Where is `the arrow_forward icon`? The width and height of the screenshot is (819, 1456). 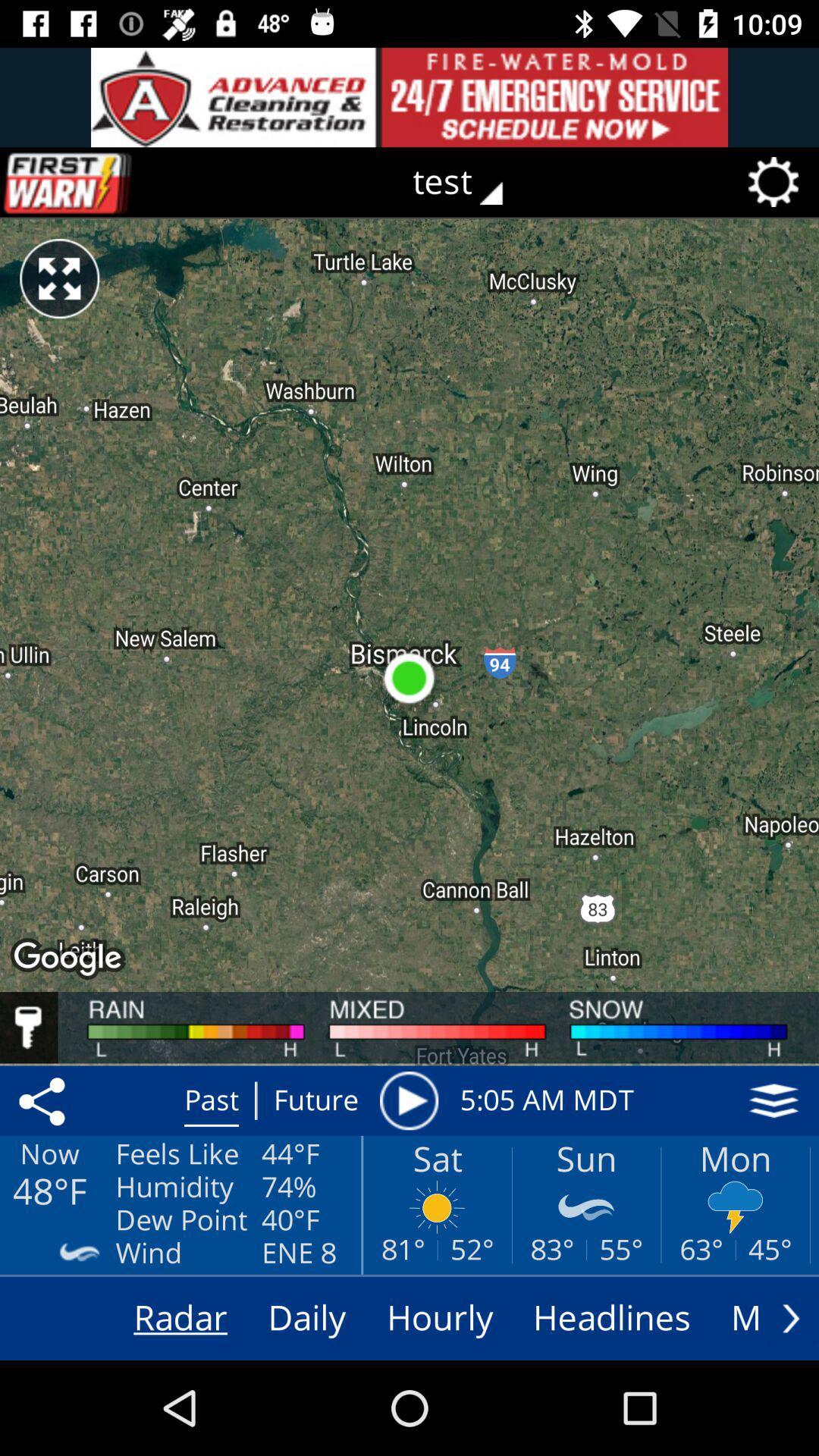 the arrow_forward icon is located at coordinates (790, 1317).